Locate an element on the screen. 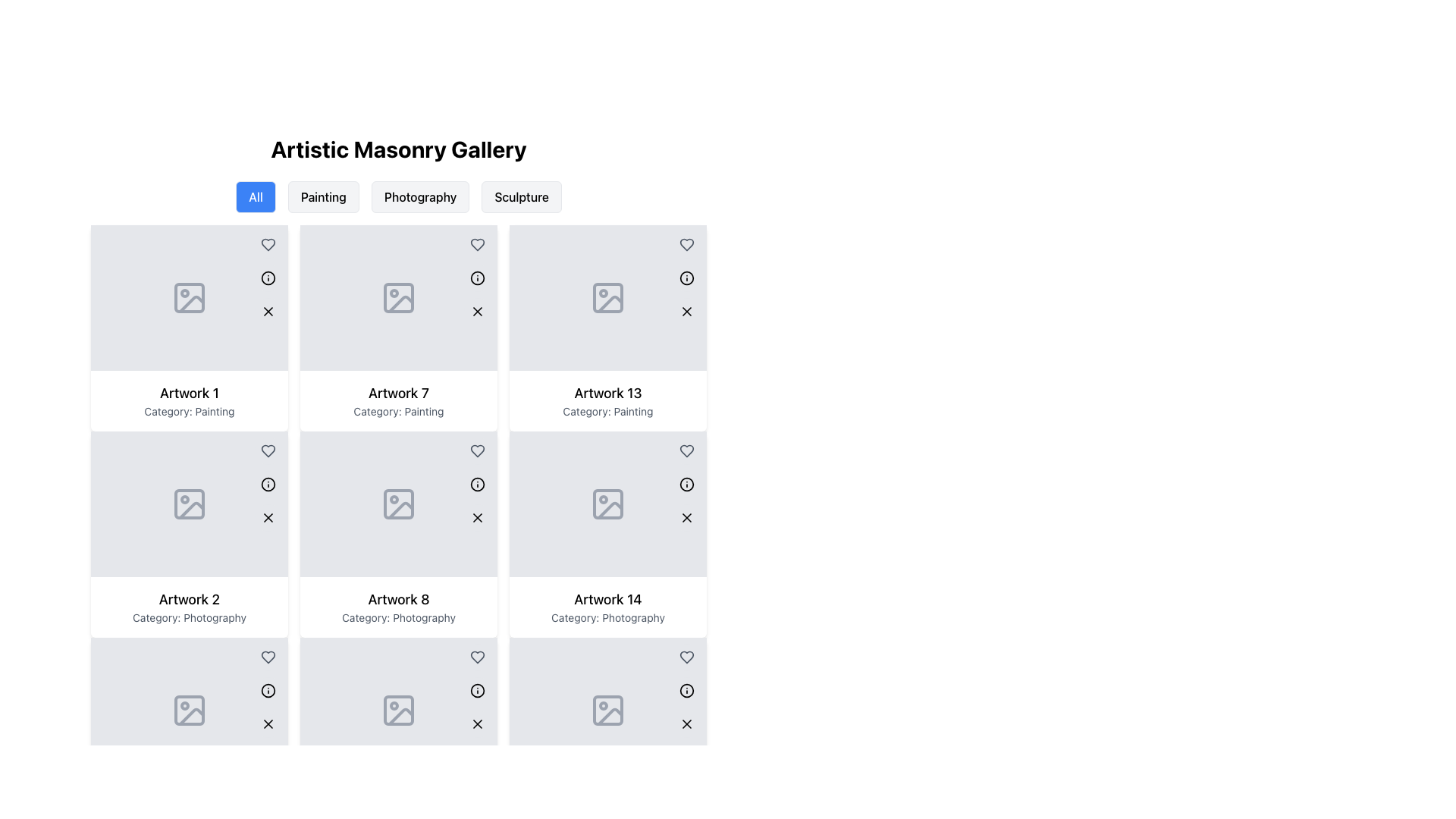 The image size is (1456, 819). the delete button located at the bottom right quadrant of the first card in the grid layout is located at coordinates (268, 311).